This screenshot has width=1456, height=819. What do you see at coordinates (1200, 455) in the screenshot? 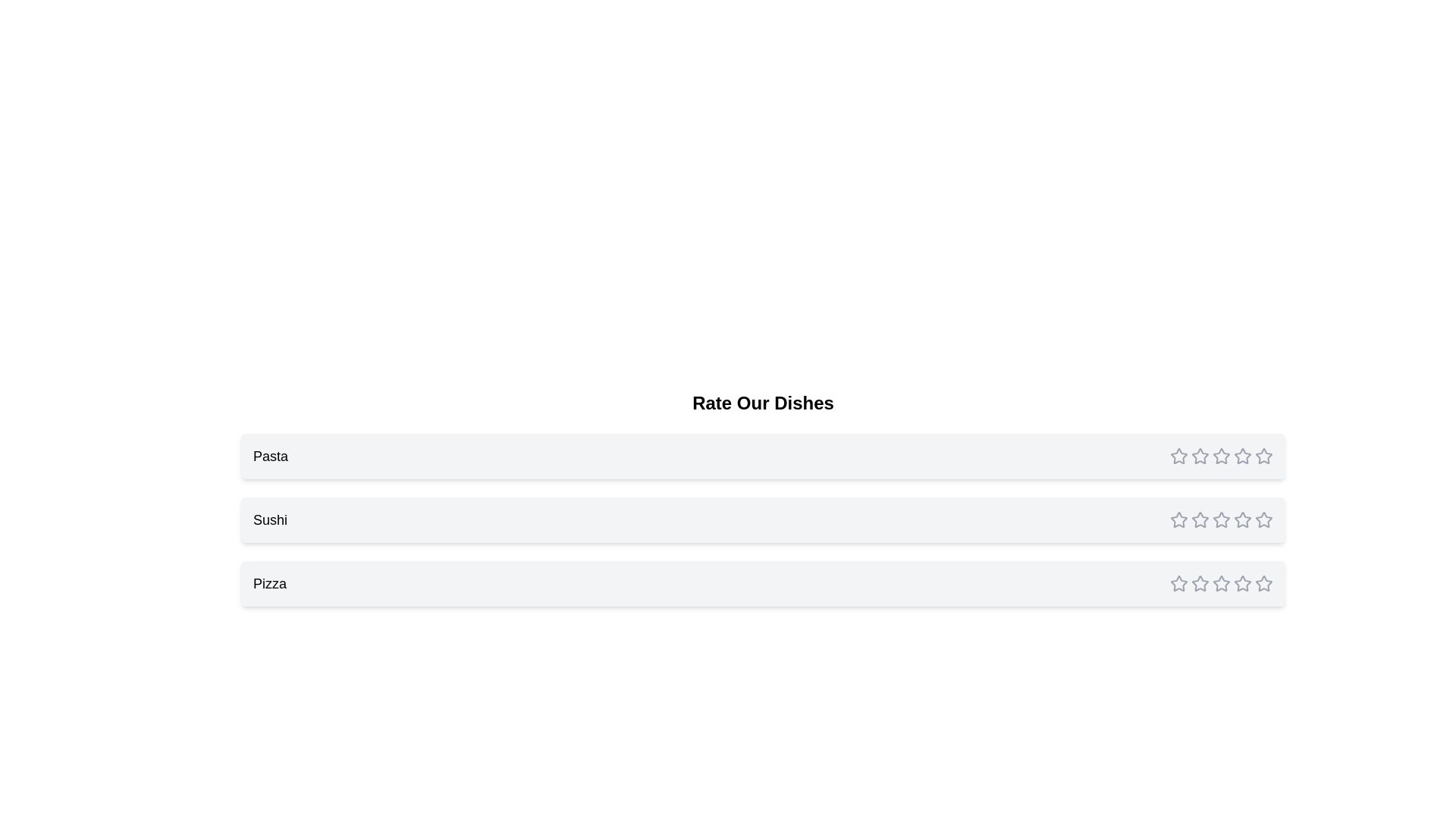
I see `the second star icon in the rating control for the 'Pasta' entry to rate it` at bounding box center [1200, 455].